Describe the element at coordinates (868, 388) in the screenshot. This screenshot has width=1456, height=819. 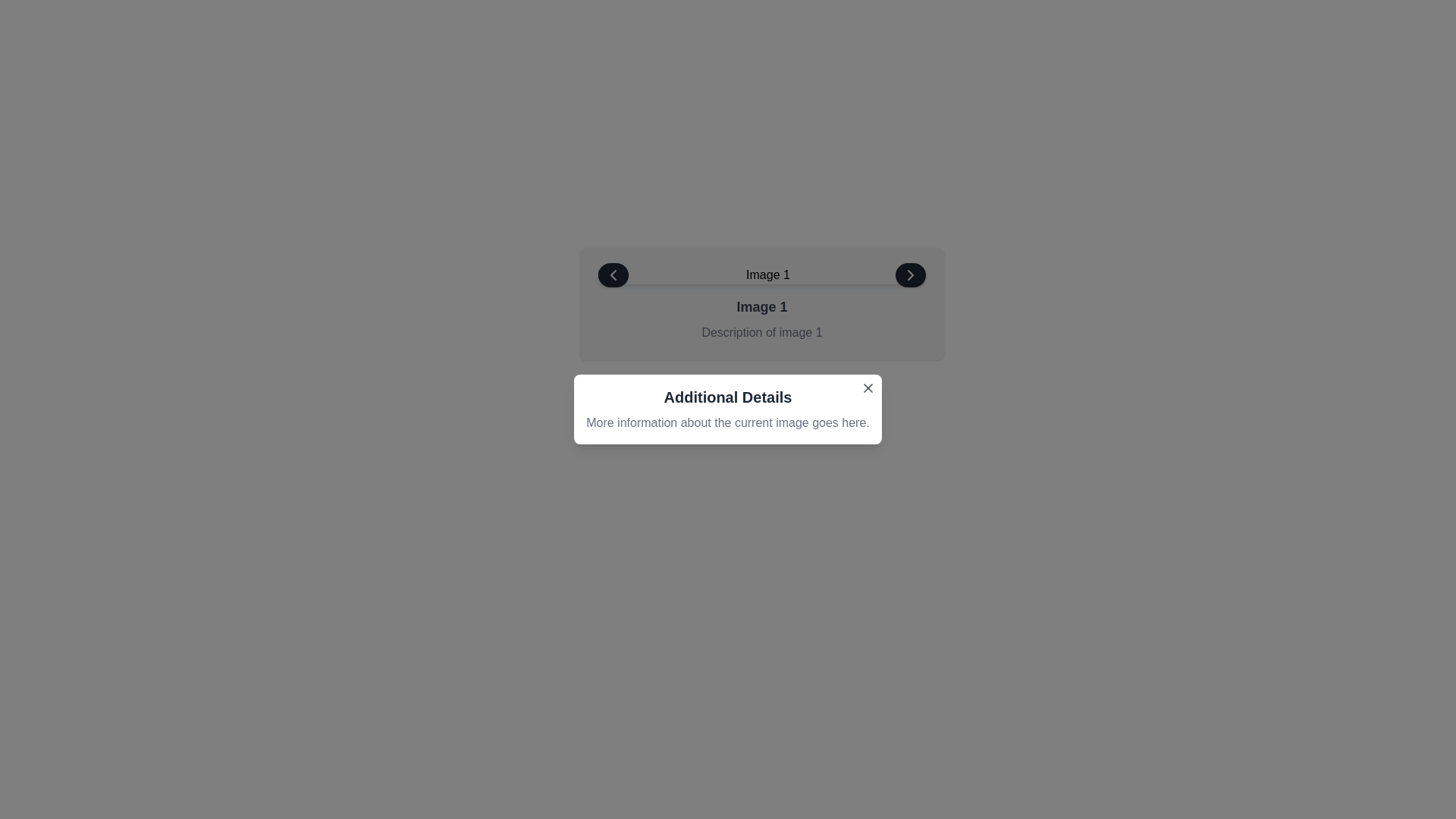
I see `the close button located in the top-right corner of the 'Additional Details' modal to change its appearance` at that location.